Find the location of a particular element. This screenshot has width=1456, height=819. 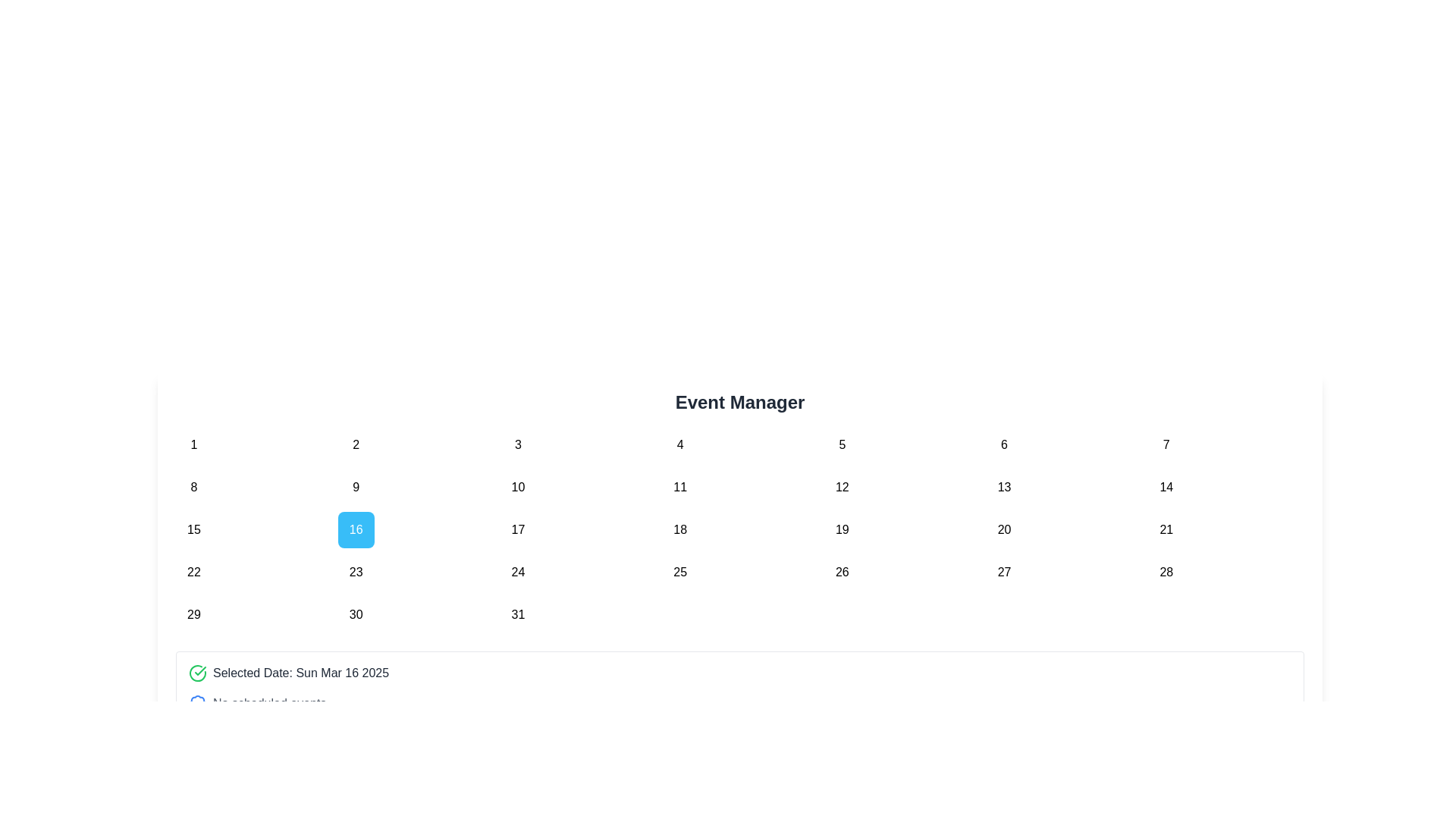

the square-shaped button labeled '7' located in the upper-right corner of the grid layout to interact with it is located at coordinates (1166, 444).